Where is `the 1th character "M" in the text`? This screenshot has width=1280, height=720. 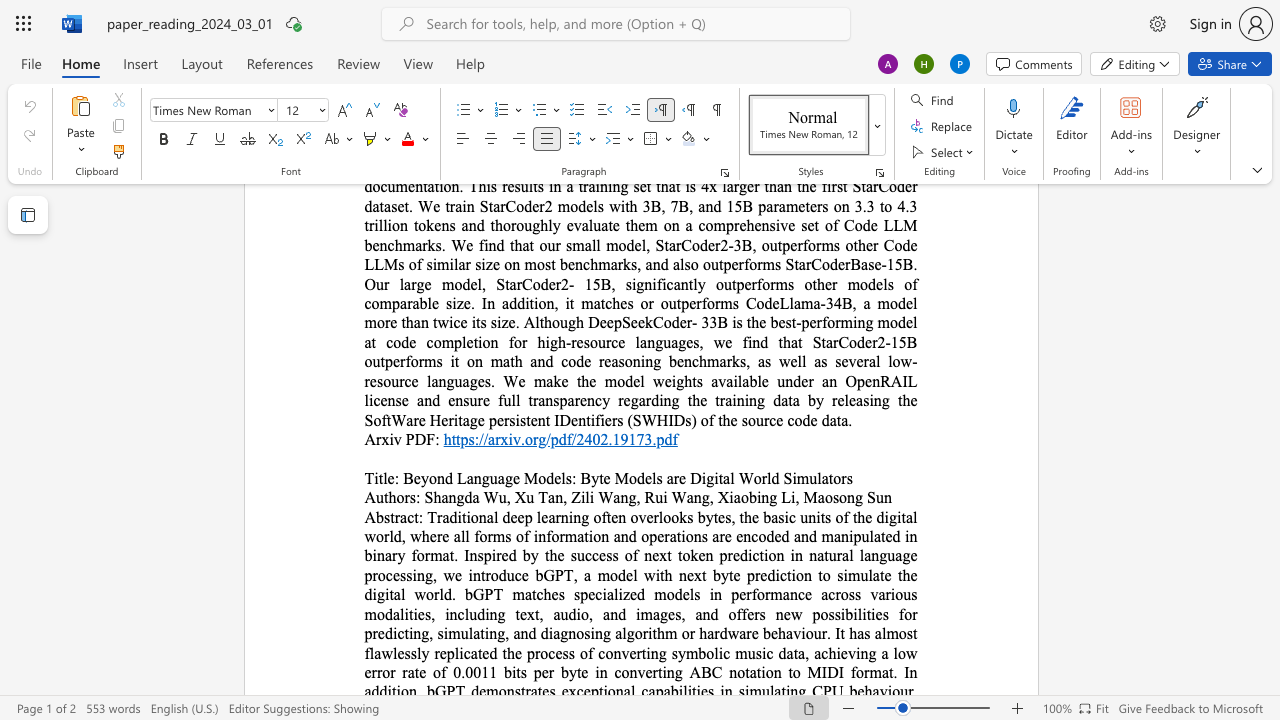 the 1th character "M" in the text is located at coordinates (531, 478).